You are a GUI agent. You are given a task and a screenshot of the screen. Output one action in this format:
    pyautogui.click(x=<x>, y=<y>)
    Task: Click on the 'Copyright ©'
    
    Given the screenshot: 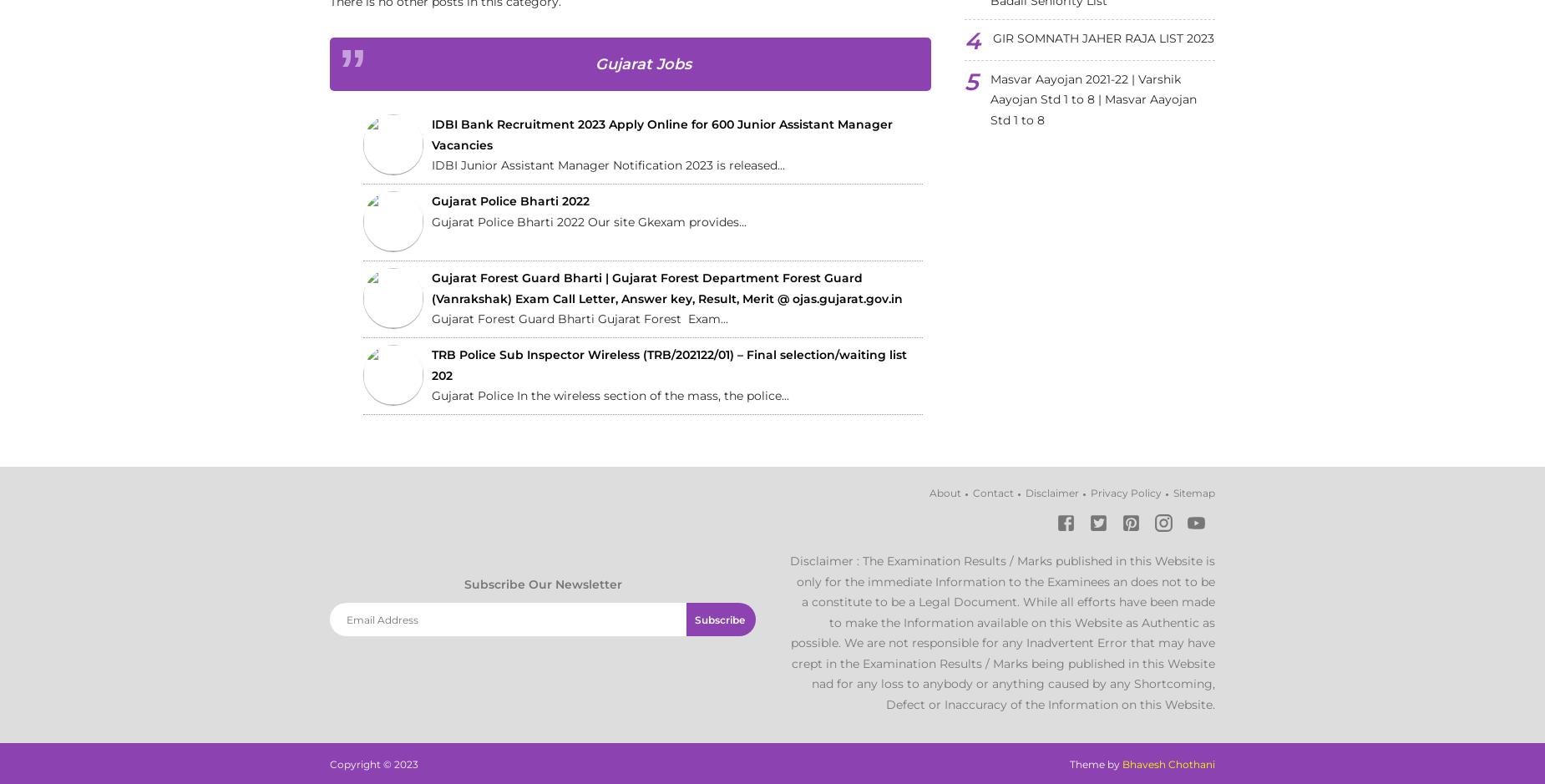 What is the action you would take?
    pyautogui.click(x=328, y=763)
    